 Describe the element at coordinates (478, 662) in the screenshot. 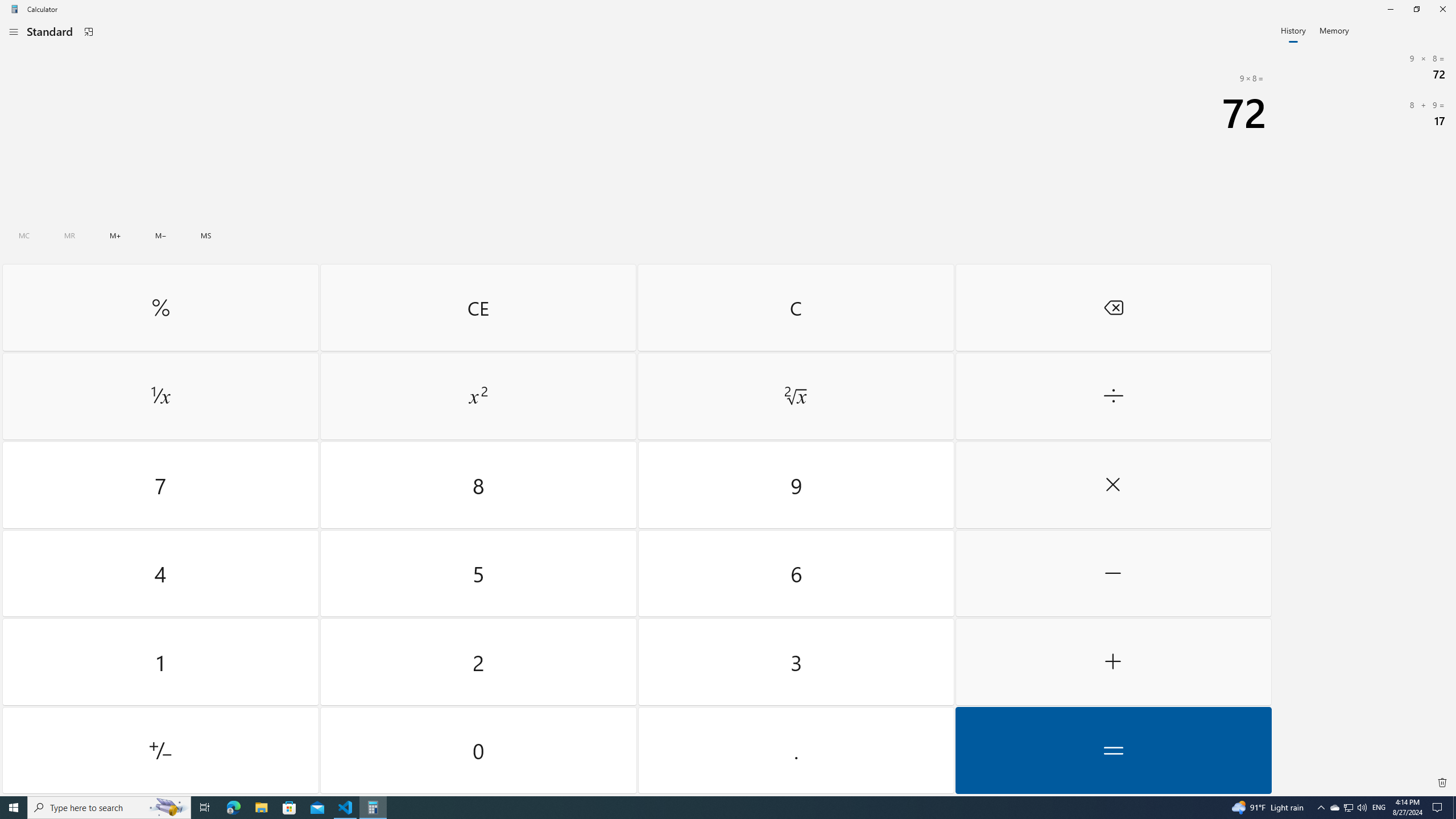

I see `'Two'` at that location.